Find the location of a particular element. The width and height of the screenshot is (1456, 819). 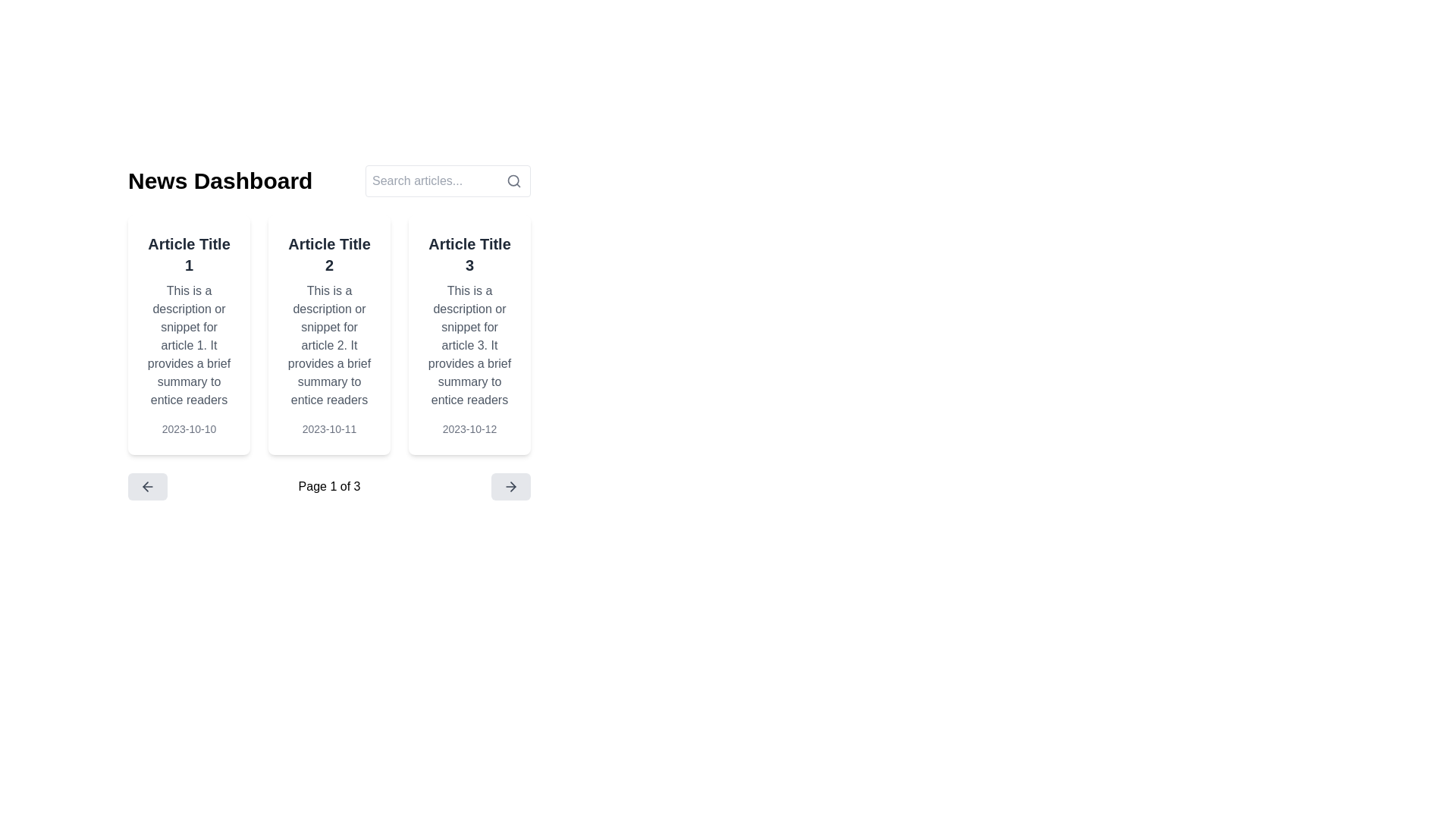

the arrow icon located in the bottom right corner of the interface, which is part of the pagination control and has a light gray background with rounded corners is located at coordinates (510, 486).